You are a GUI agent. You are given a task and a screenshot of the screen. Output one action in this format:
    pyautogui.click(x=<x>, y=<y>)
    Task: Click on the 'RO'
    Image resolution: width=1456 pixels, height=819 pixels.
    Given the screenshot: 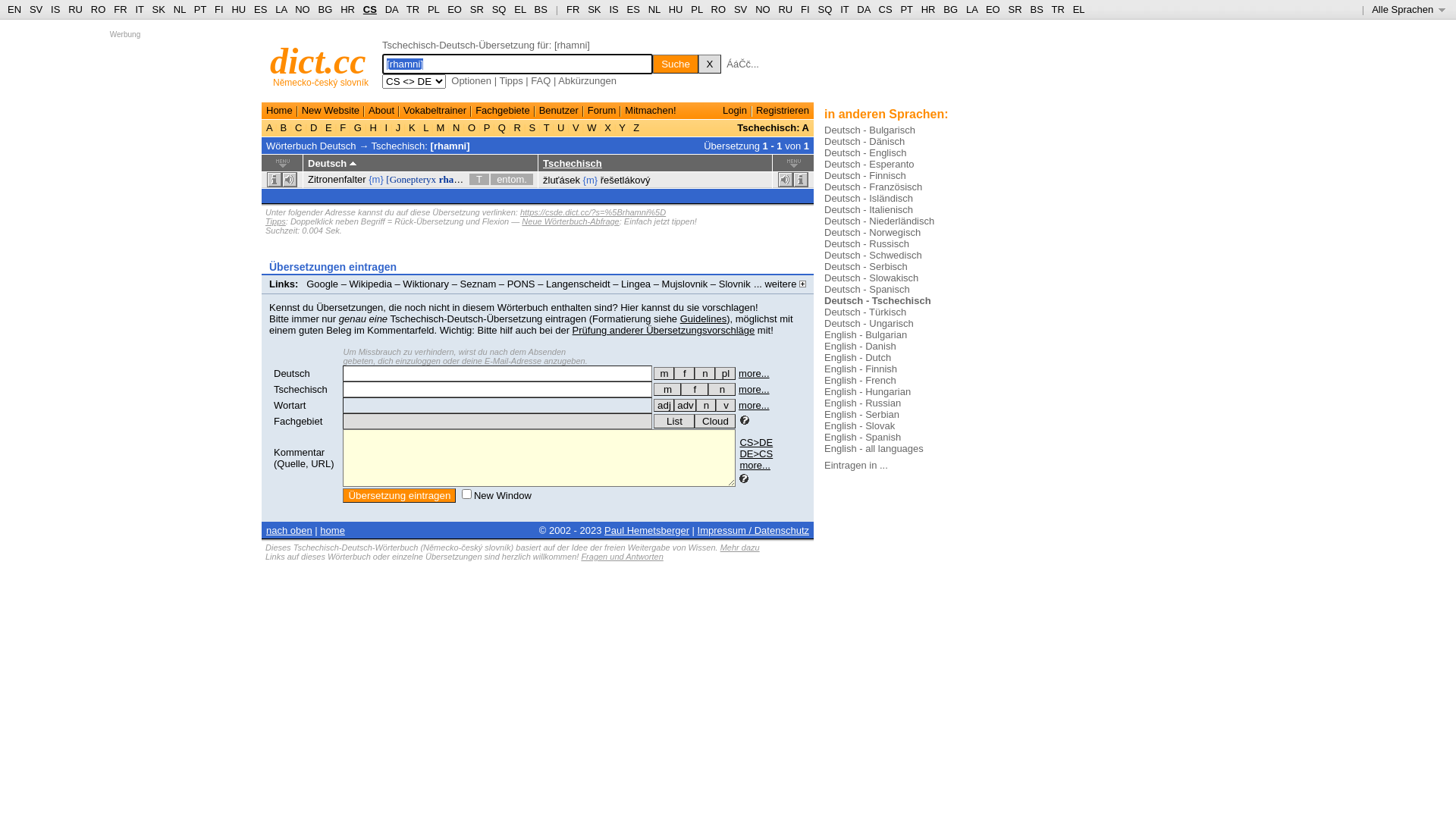 What is the action you would take?
    pyautogui.click(x=718, y=9)
    